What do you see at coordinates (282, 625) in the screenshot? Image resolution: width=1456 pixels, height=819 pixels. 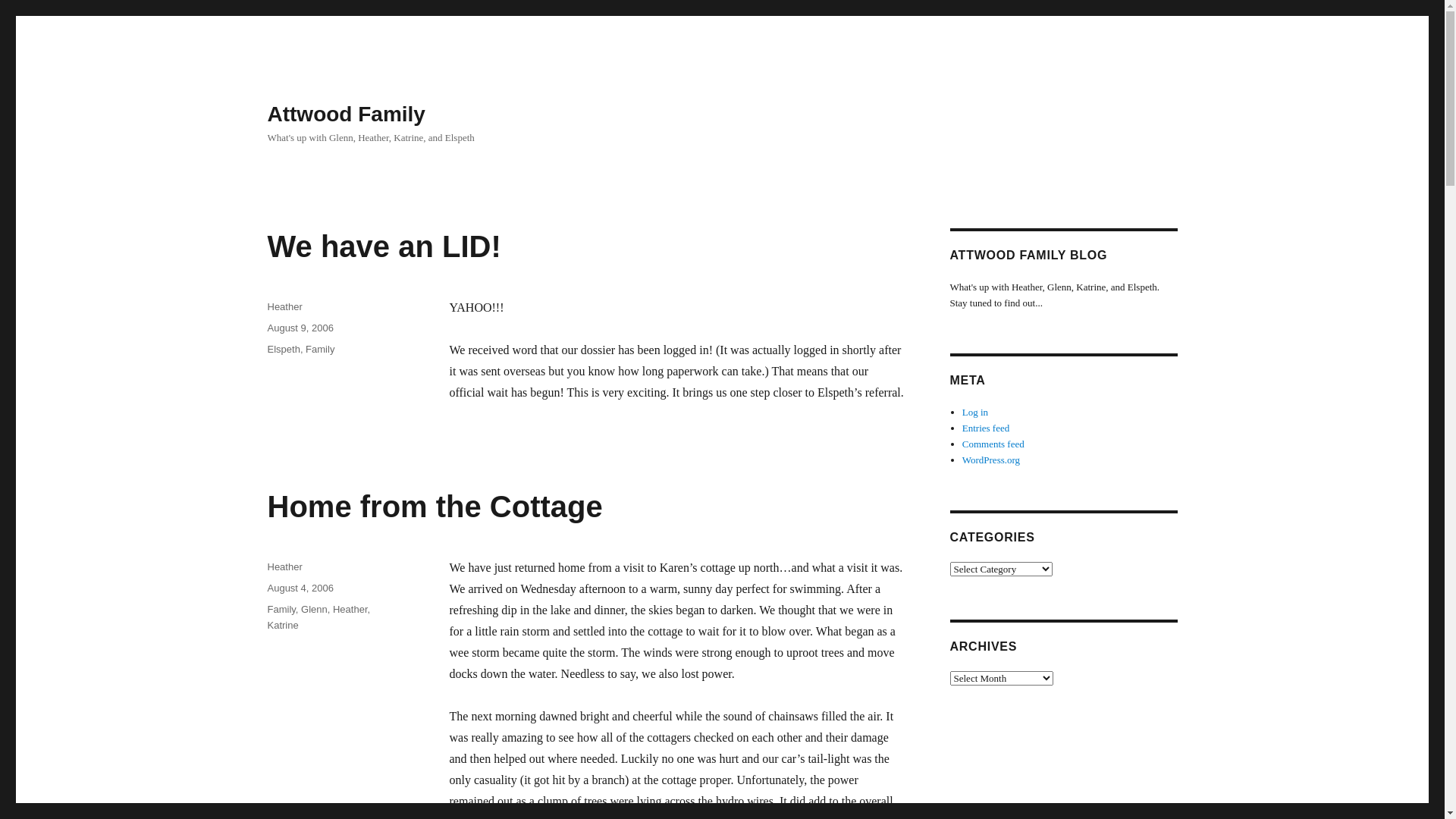 I see `'Katrine'` at bounding box center [282, 625].